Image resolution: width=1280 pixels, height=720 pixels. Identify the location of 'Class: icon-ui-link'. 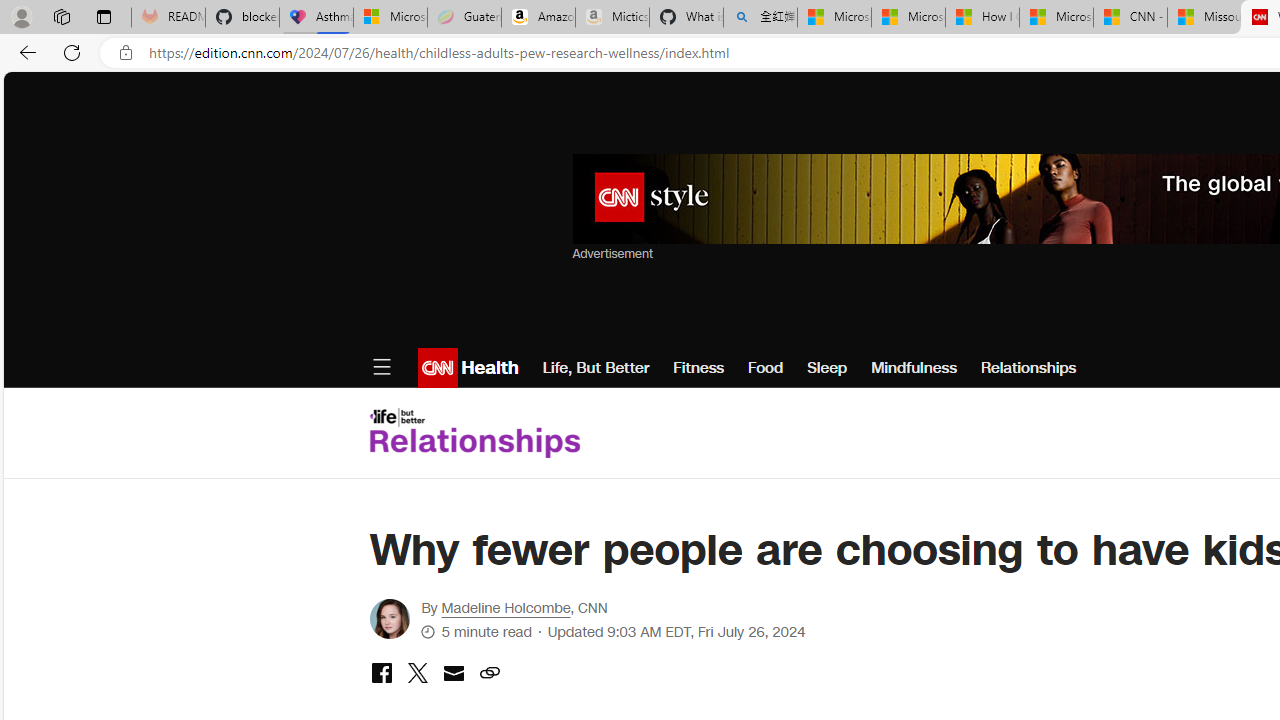
(489, 672).